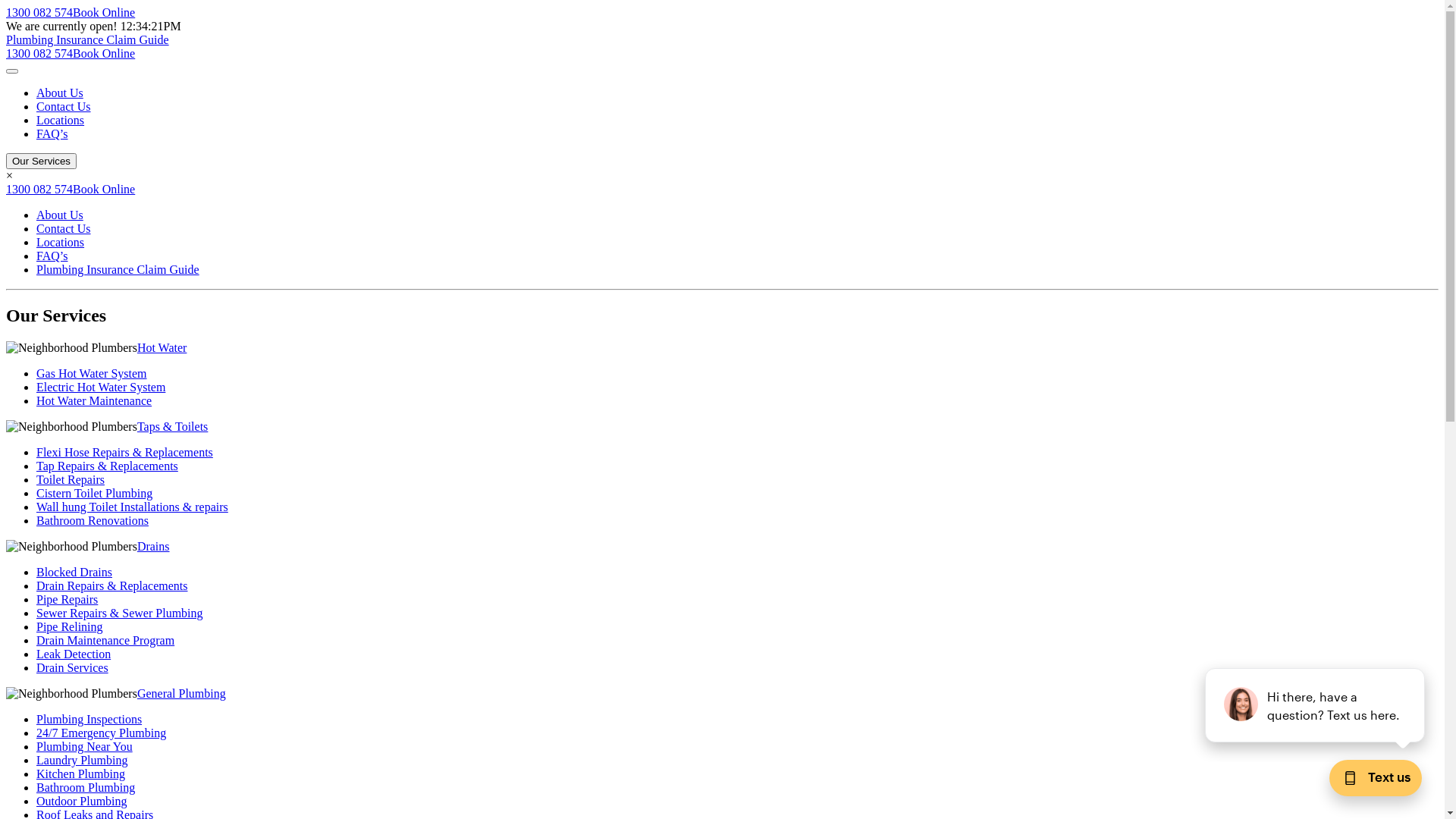  What do you see at coordinates (36, 585) in the screenshot?
I see `'Drain Repairs & Replacements'` at bounding box center [36, 585].